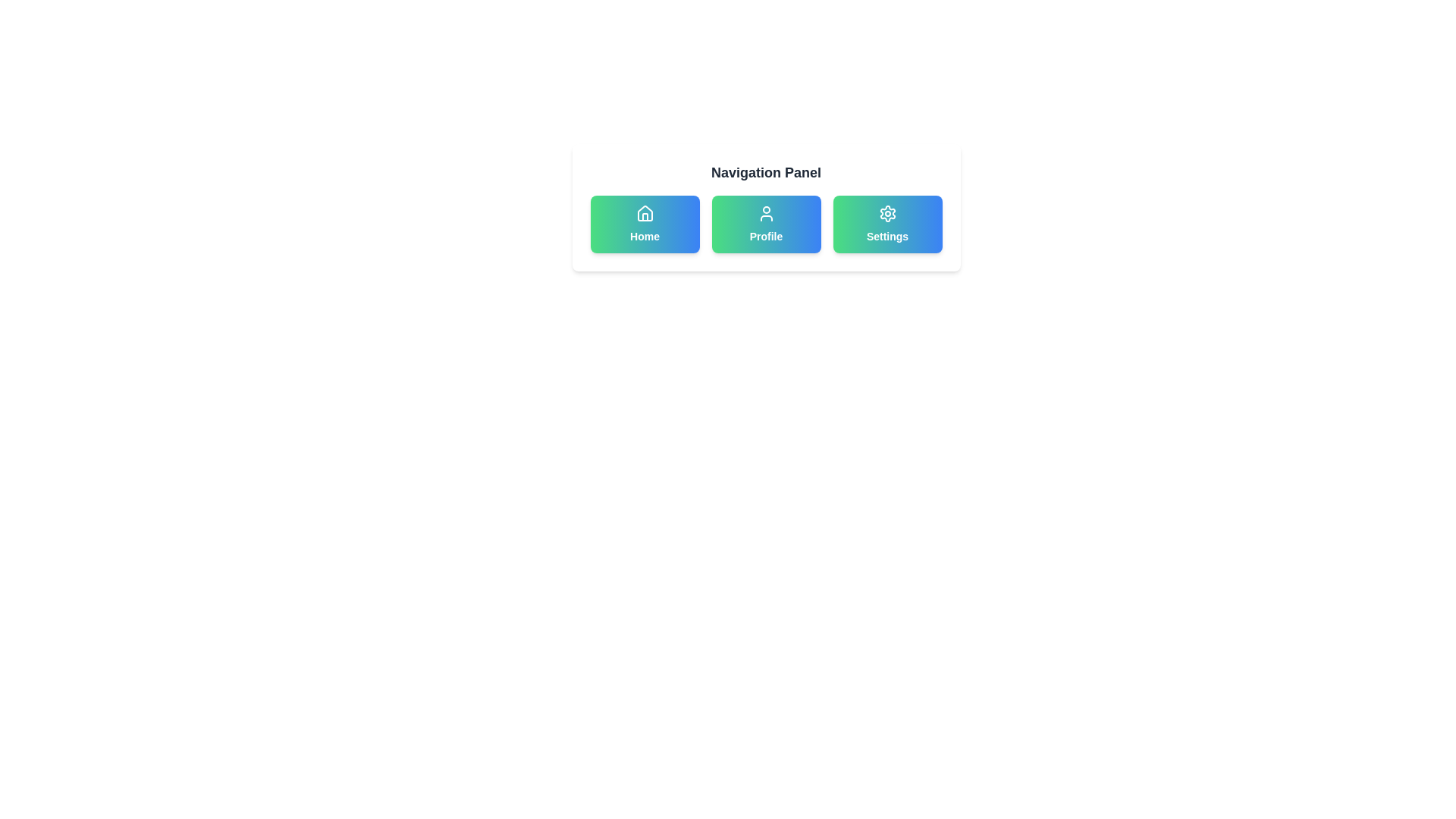 This screenshot has width=1456, height=819. Describe the element at coordinates (887, 224) in the screenshot. I see `the third button in the navigation panel` at that location.